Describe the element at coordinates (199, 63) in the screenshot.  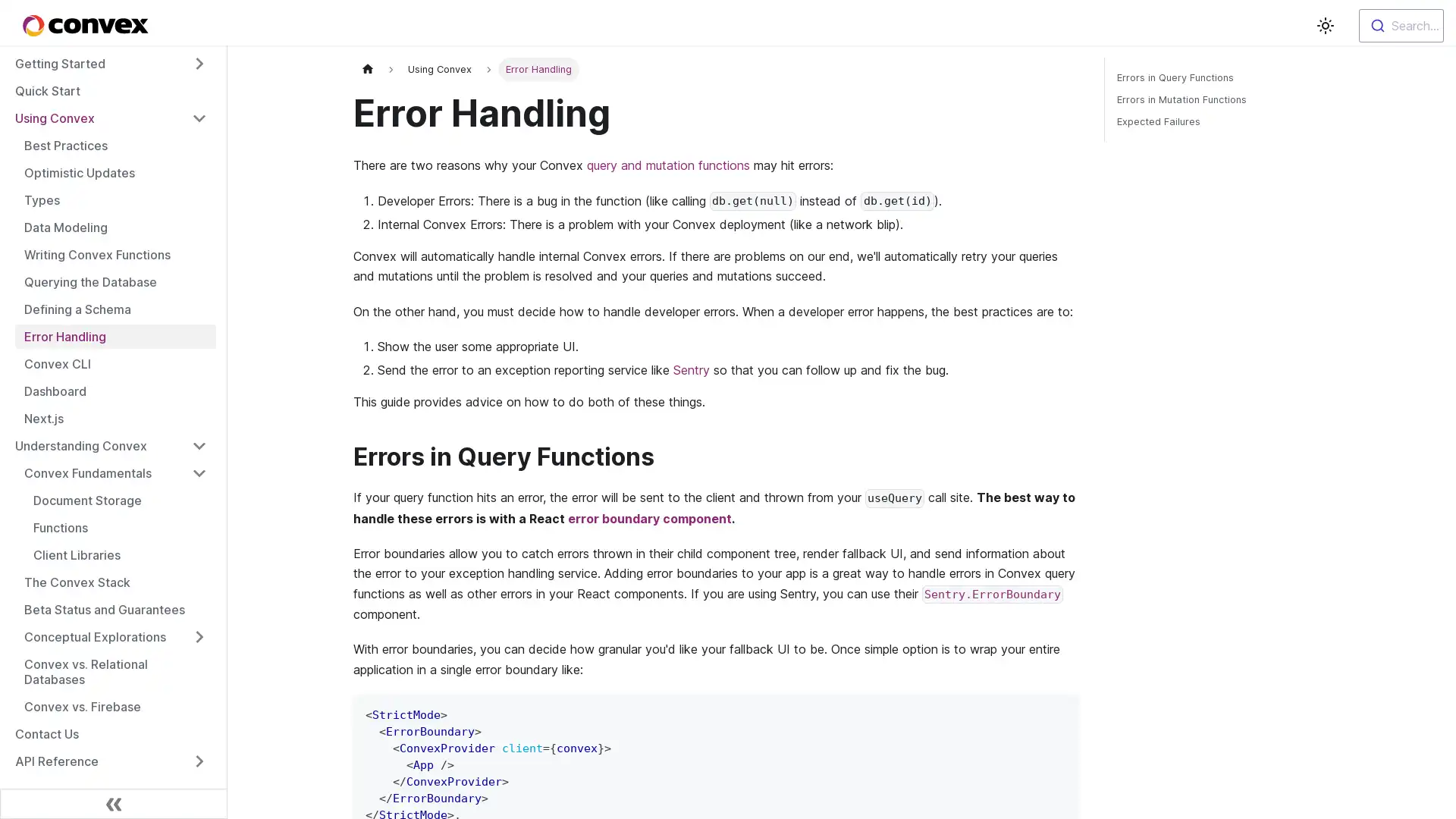
I see `Toggle the collapsible sidebar category 'Getting Started'` at that location.